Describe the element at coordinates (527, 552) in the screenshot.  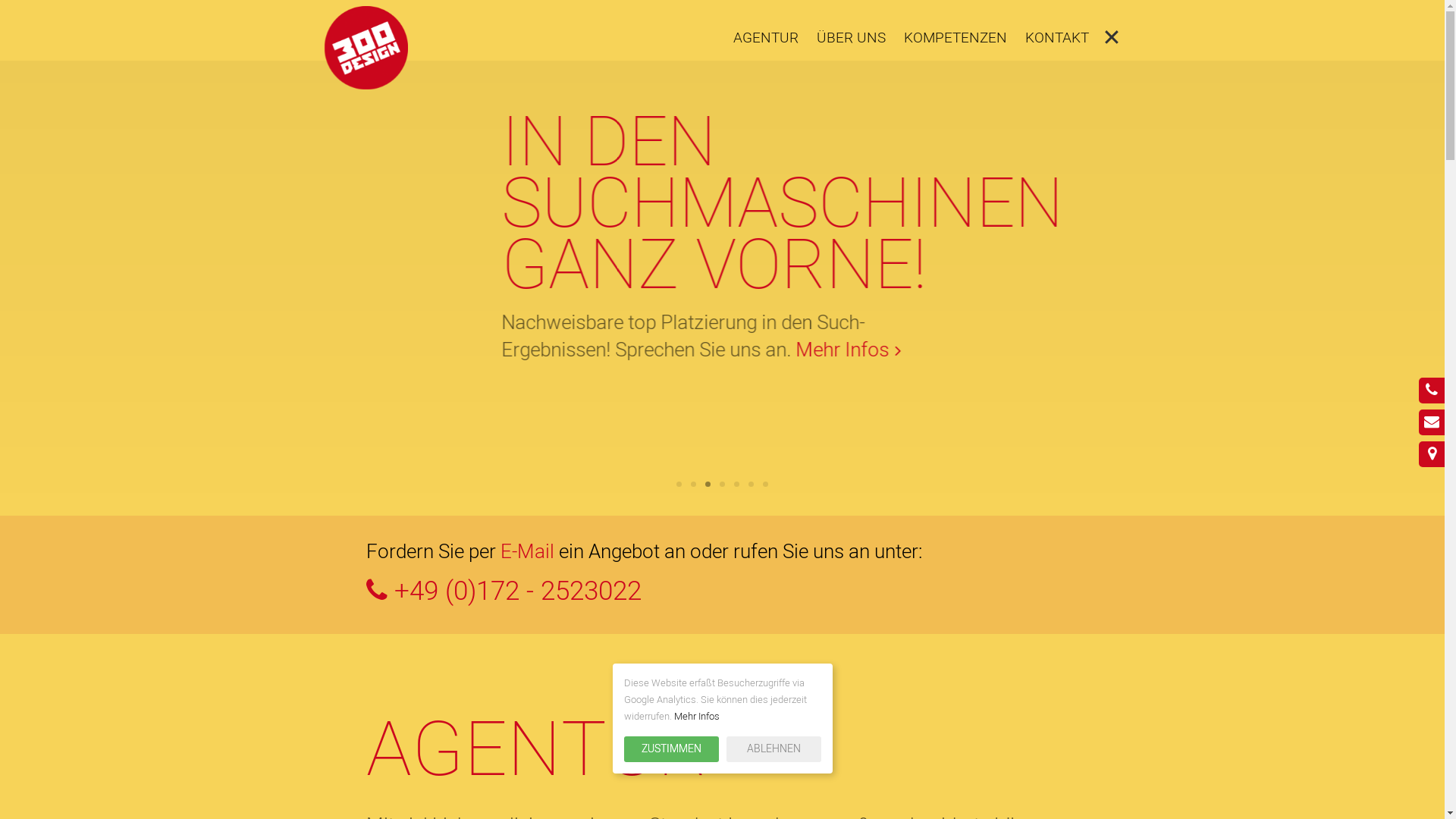
I see `'E-Mail'` at that location.